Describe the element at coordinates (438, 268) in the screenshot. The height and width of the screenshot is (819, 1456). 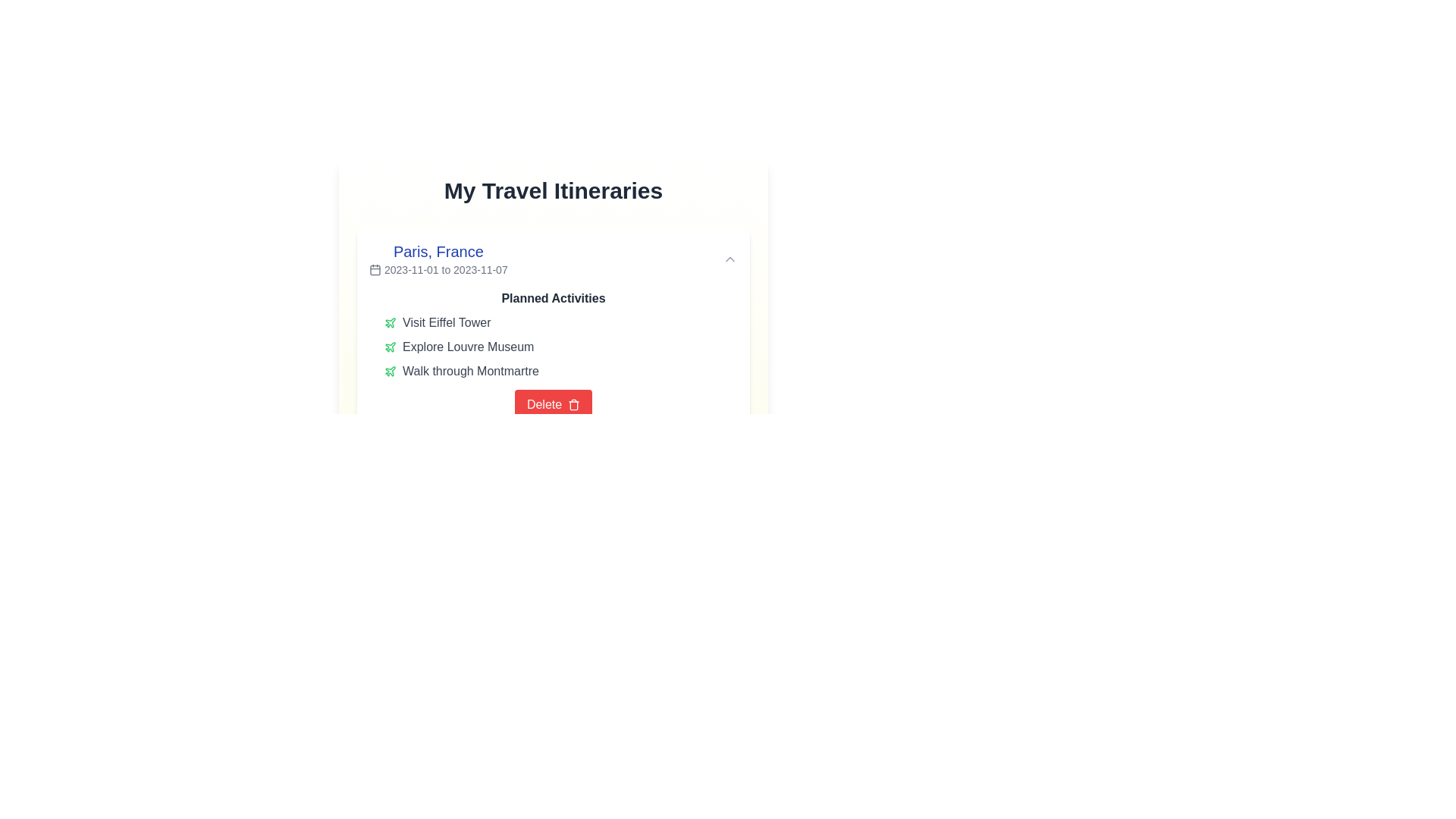
I see `displayed date range from the text label located directly beneath the 'Paris, France' label in the 'My Travel Itineraries' section, aligned to the right of the calendar icon` at that location.